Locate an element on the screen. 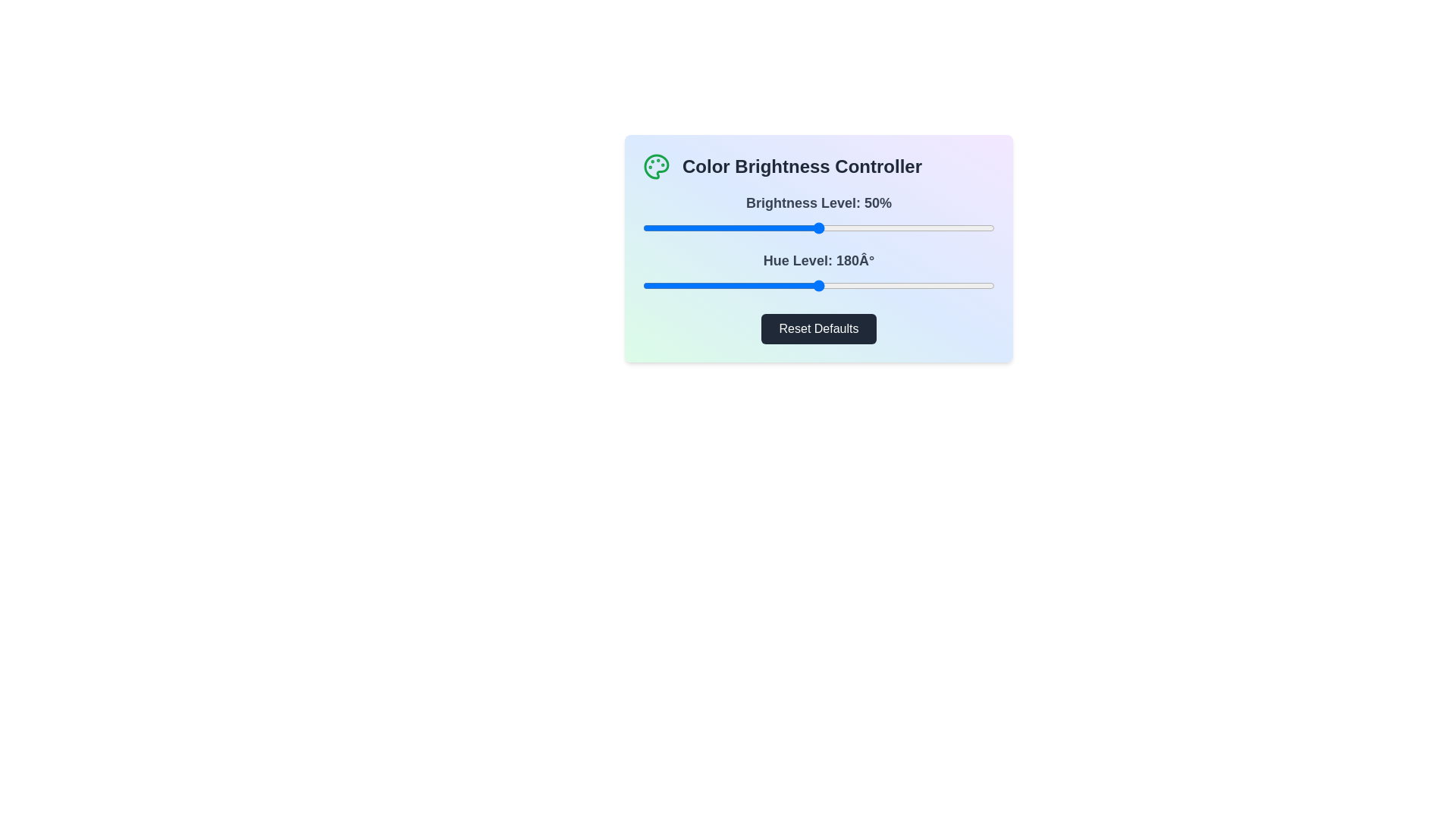 The width and height of the screenshot is (1456, 819). 'Reset Defaults' button to revert the component to its default values is located at coordinates (818, 328).